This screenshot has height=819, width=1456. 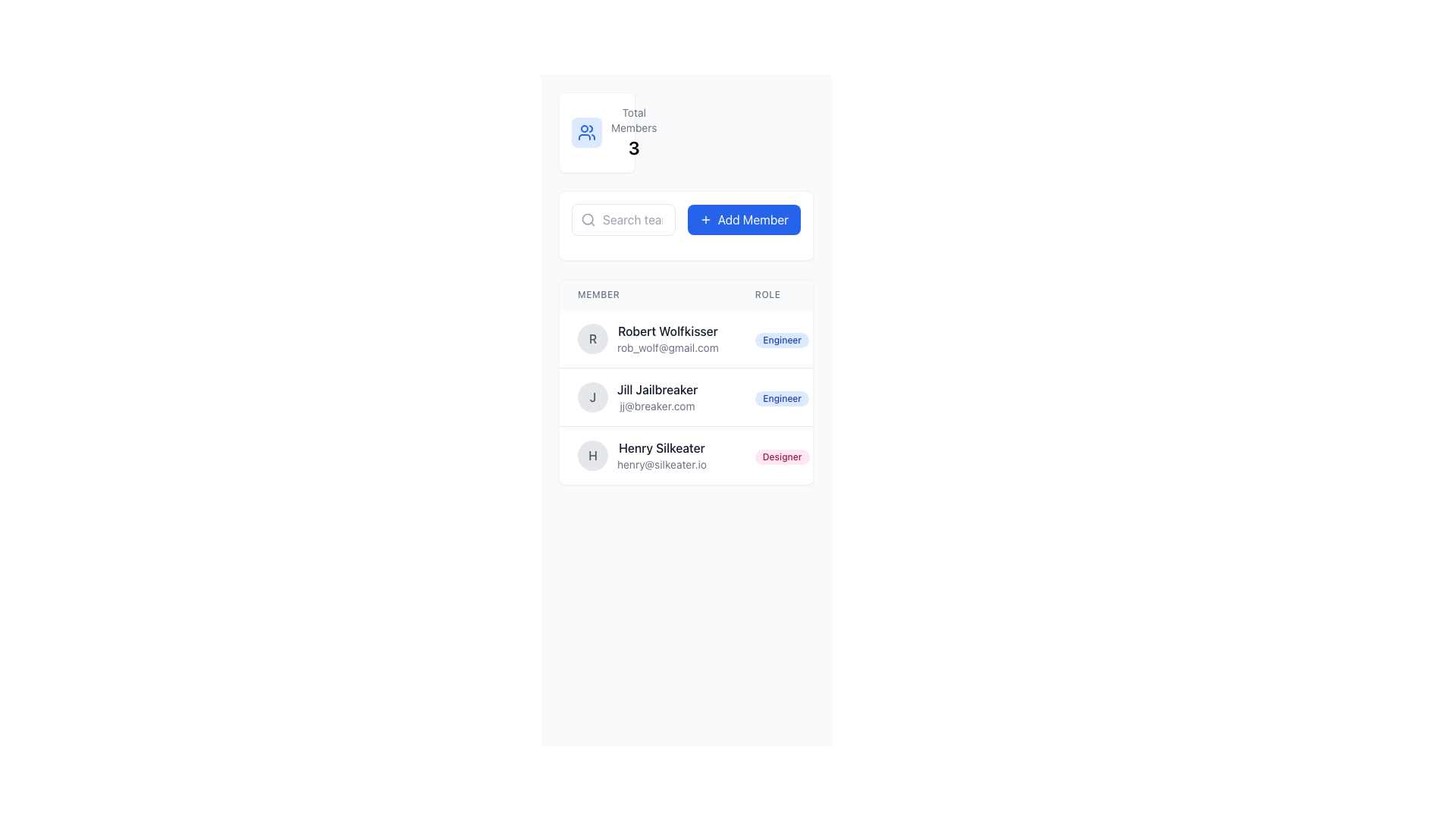 I want to click on the email text displaying 'rob_wolf@gmail.com' located beneath the name 'Robert Wolfkisser' in the members list, so click(x=667, y=348).